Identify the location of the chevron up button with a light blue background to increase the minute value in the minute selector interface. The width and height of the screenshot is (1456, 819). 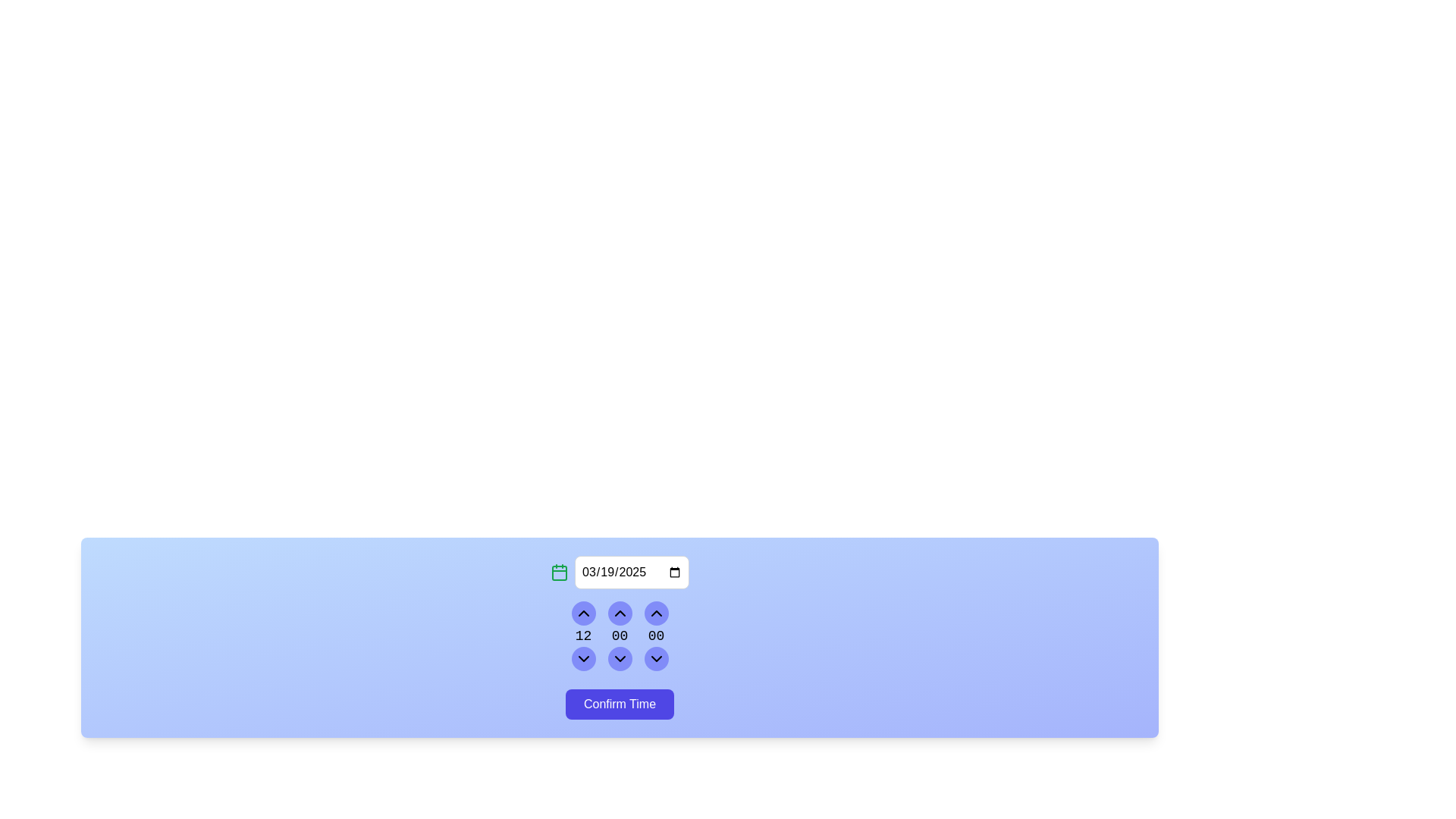
(620, 613).